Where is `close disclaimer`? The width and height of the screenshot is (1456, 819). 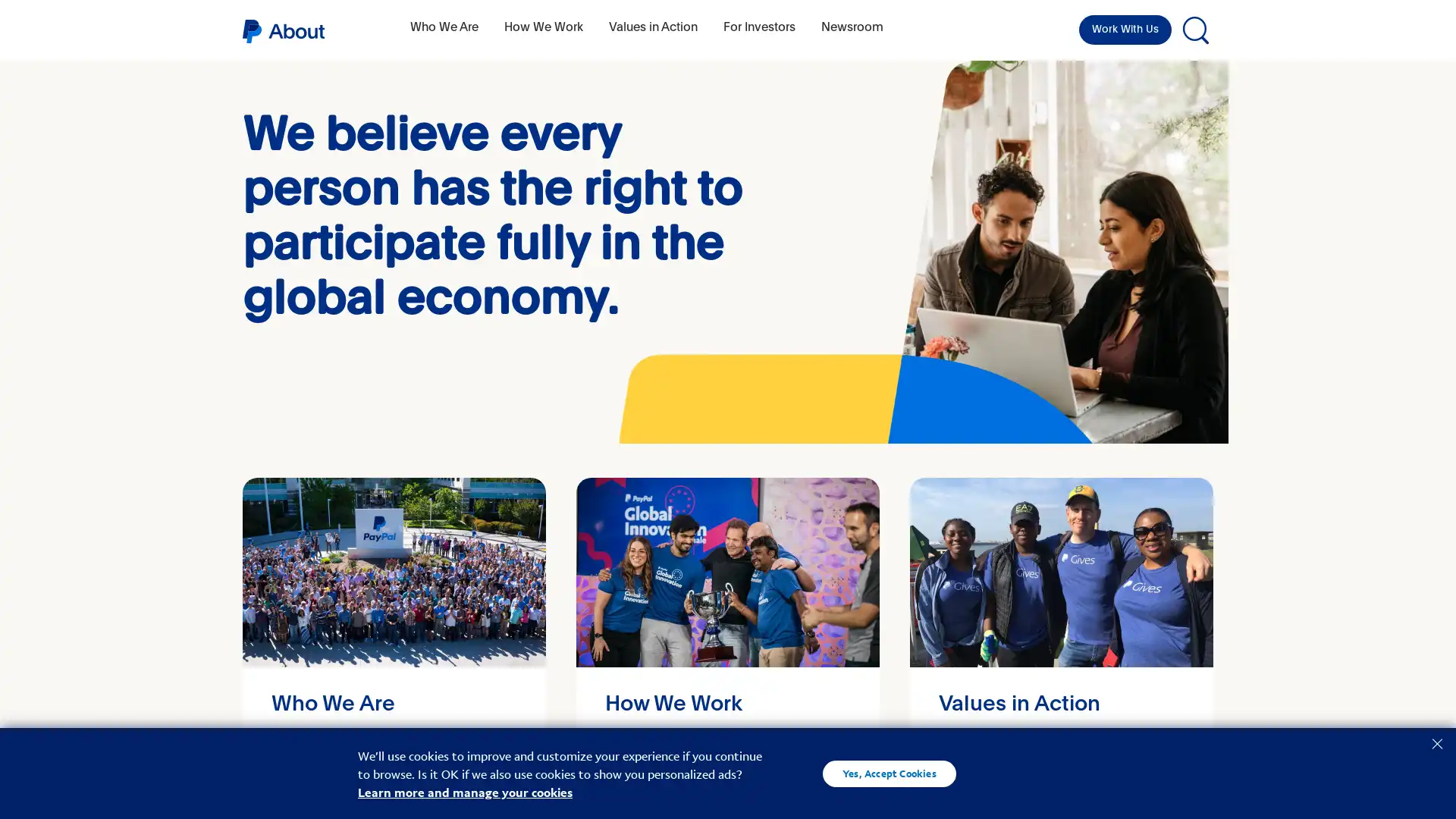 close disclaimer is located at coordinates (1436, 742).